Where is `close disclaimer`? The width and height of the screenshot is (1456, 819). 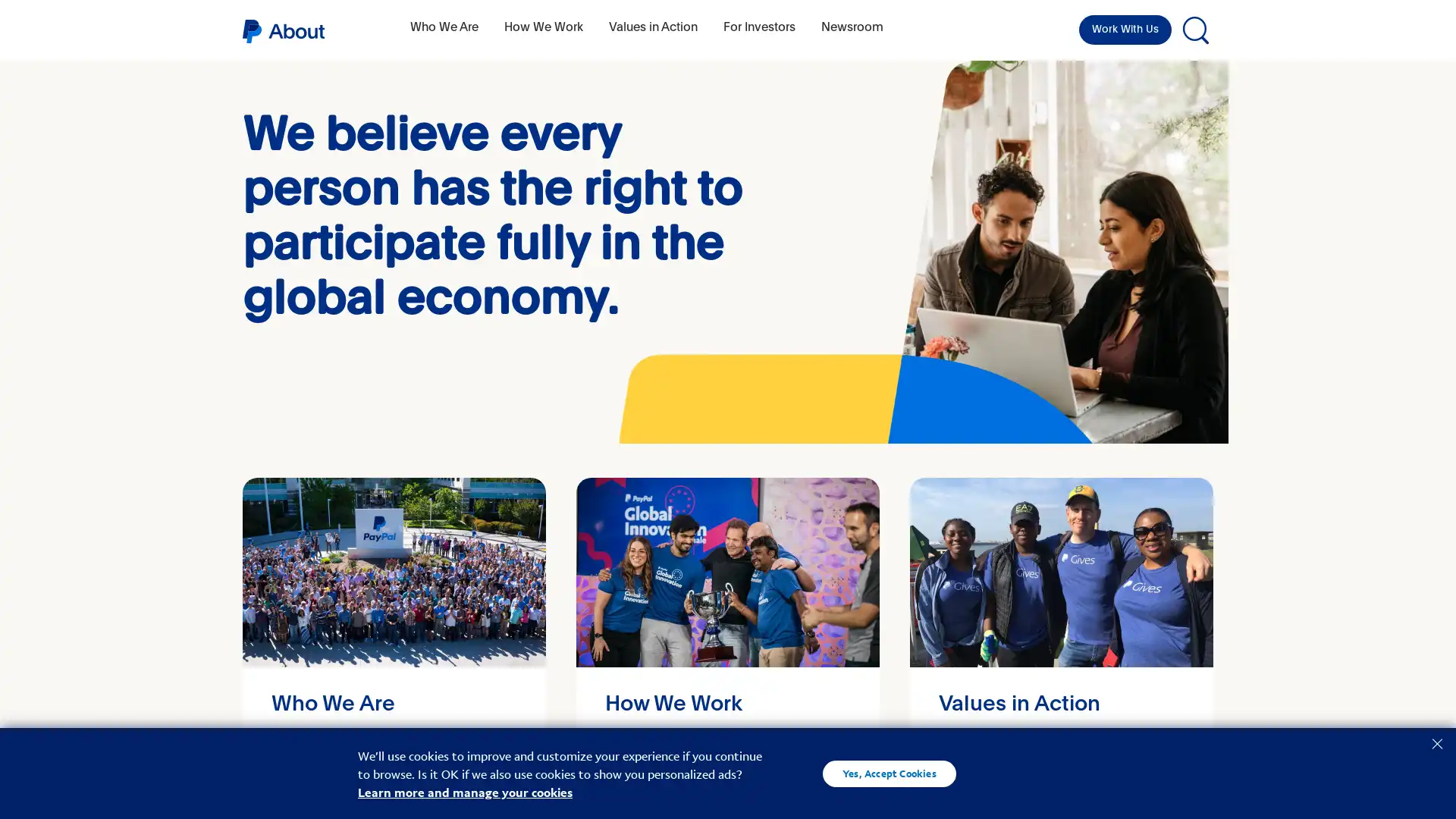 close disclaimer is located at coordinates (1436, 742).